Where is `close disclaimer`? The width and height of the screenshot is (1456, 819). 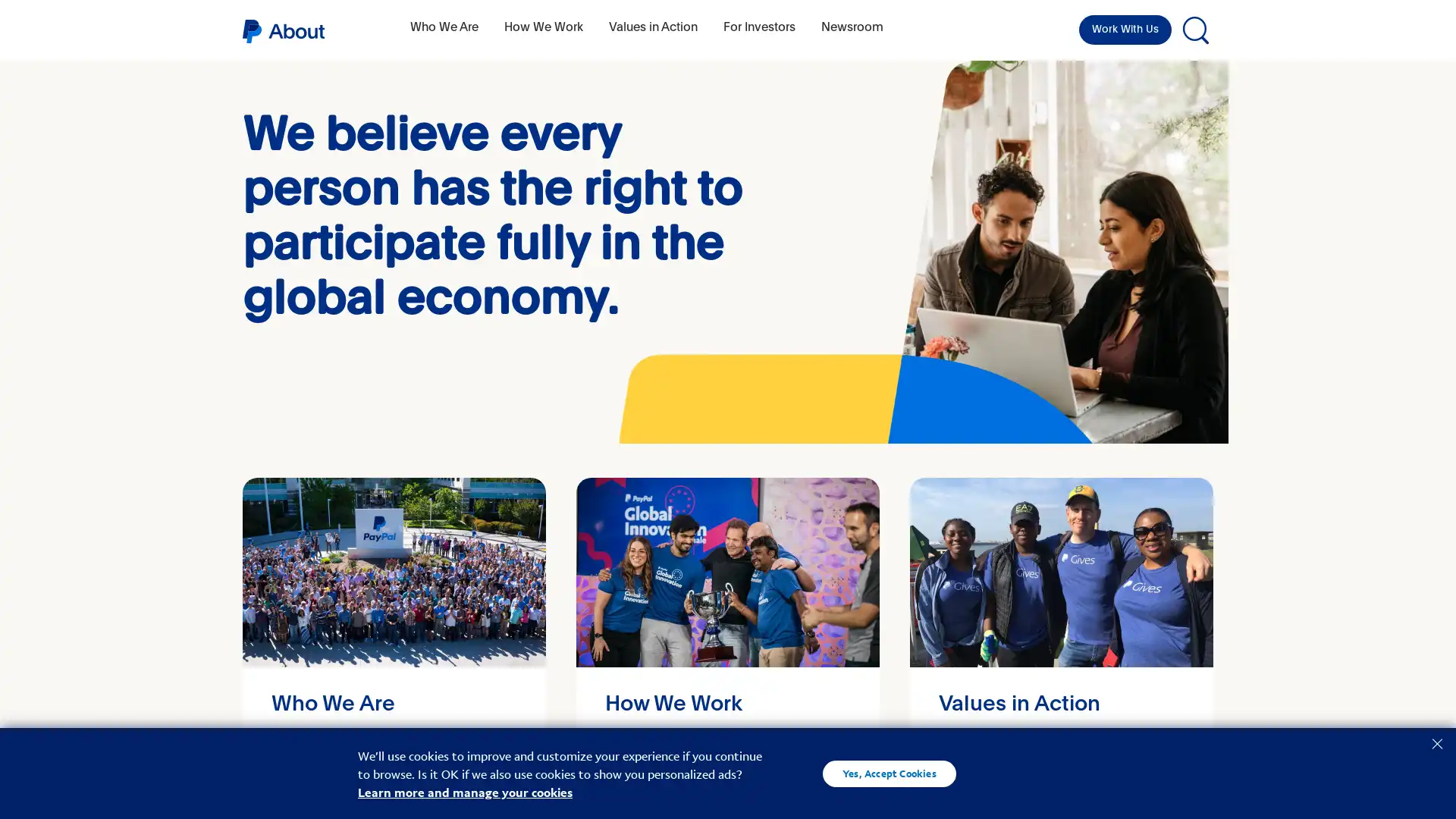 close disclaimer is located at coordinates (1436, 742).